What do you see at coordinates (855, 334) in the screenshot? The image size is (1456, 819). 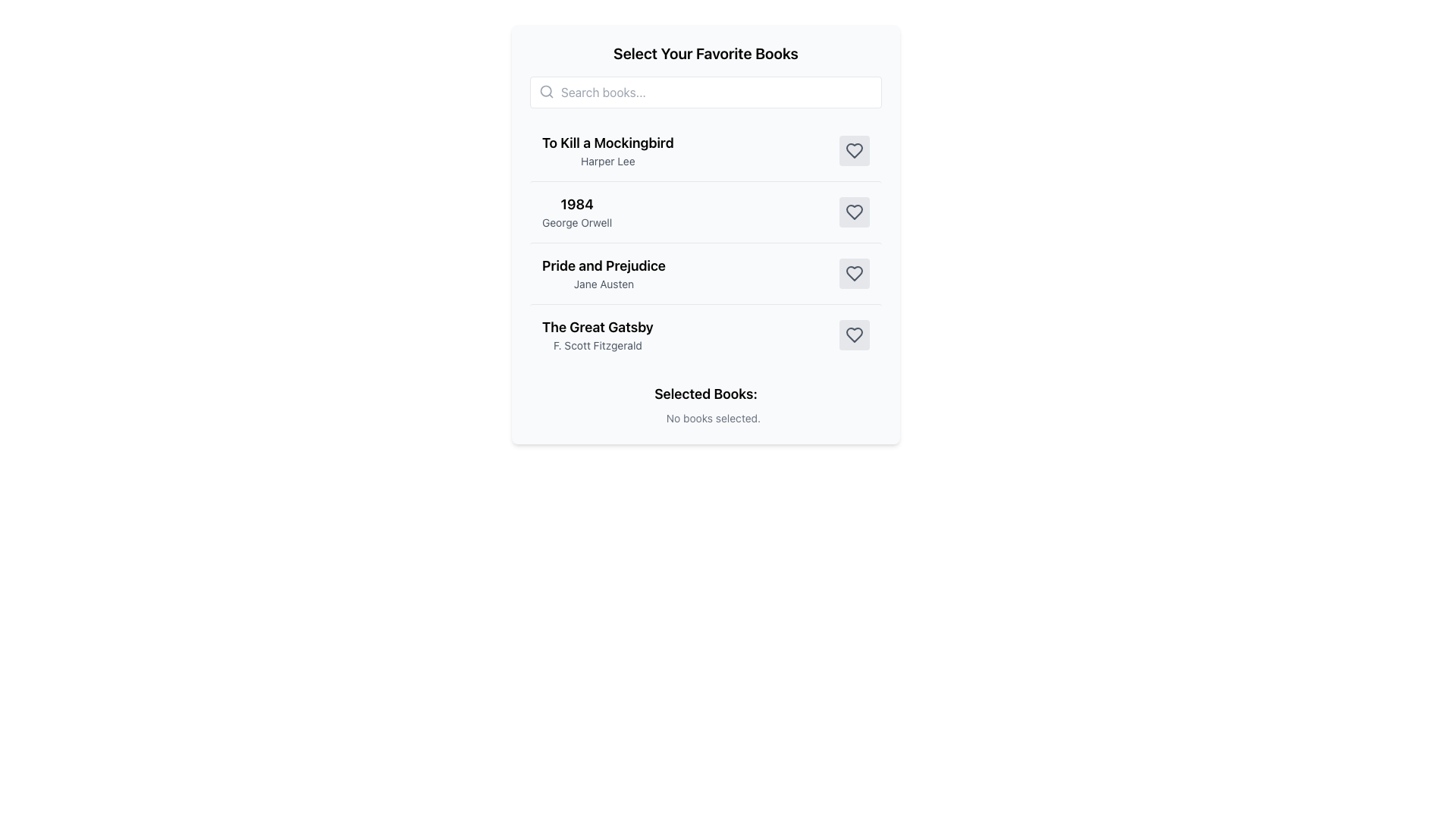 I see `the heart-shaped icon located immediately to the right of the book title 'The Great Gatsby' and its author 'F. Scott Fitzgerald' to favorite or unfavorite the book` at bounding box center [855, 334].